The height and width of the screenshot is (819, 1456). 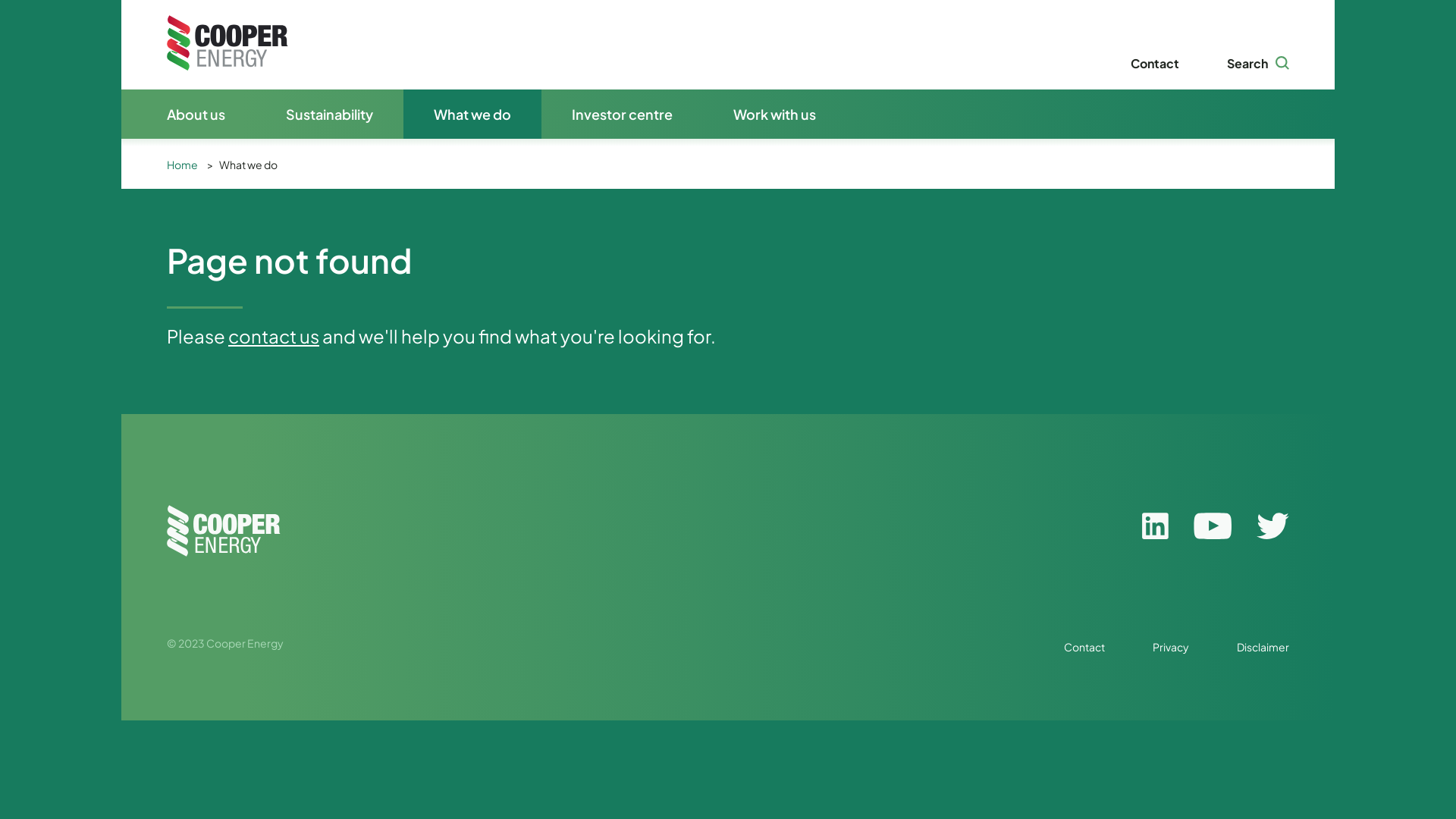 What do you see at coordinates (1263, 646) in the screenshot?
I see `'Disclaimer'` at bounding box center [1263, 646].